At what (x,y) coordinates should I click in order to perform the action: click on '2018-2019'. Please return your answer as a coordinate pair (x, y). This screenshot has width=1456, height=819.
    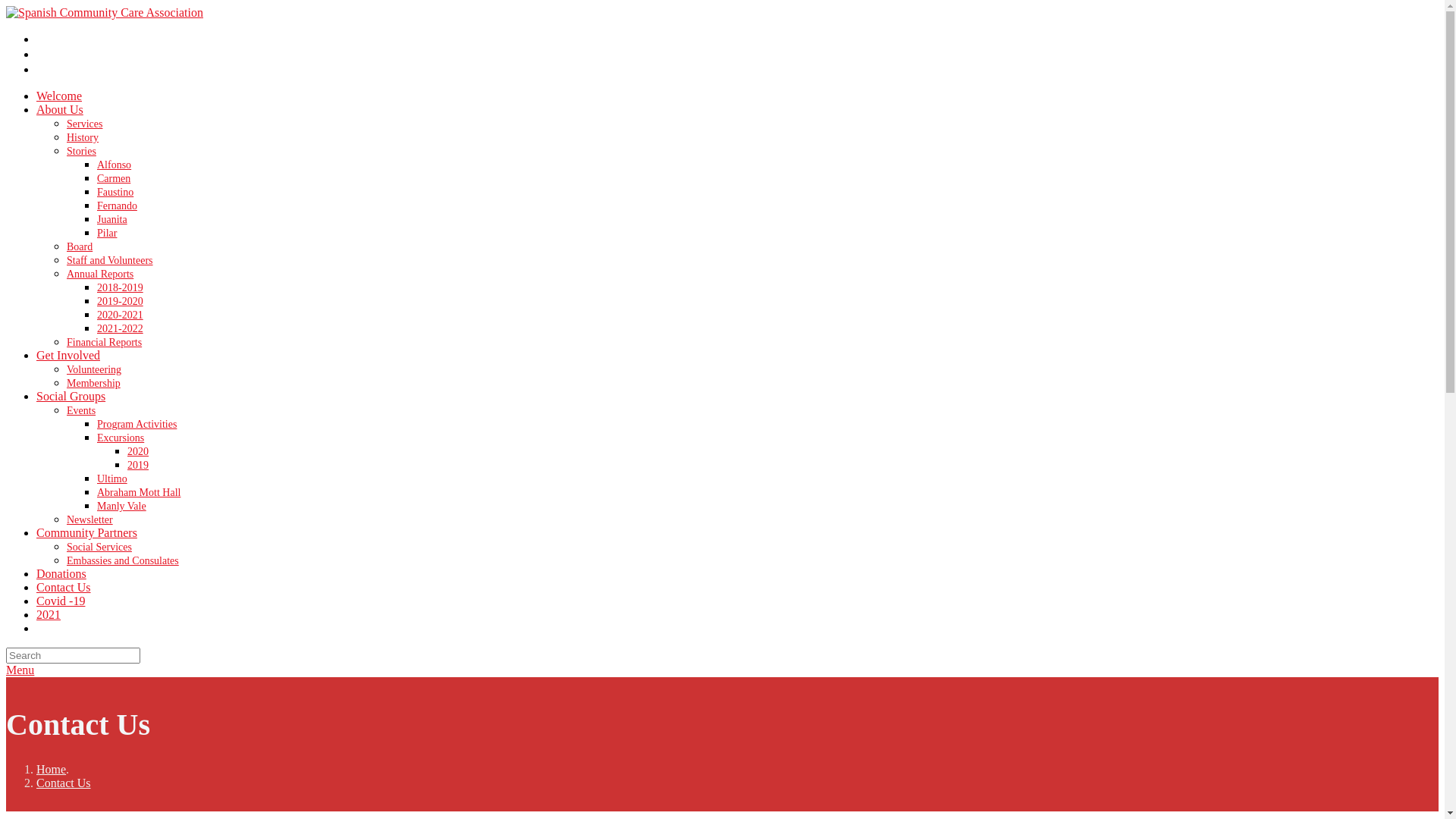
    Looking at the image, I should click on (119, 287).